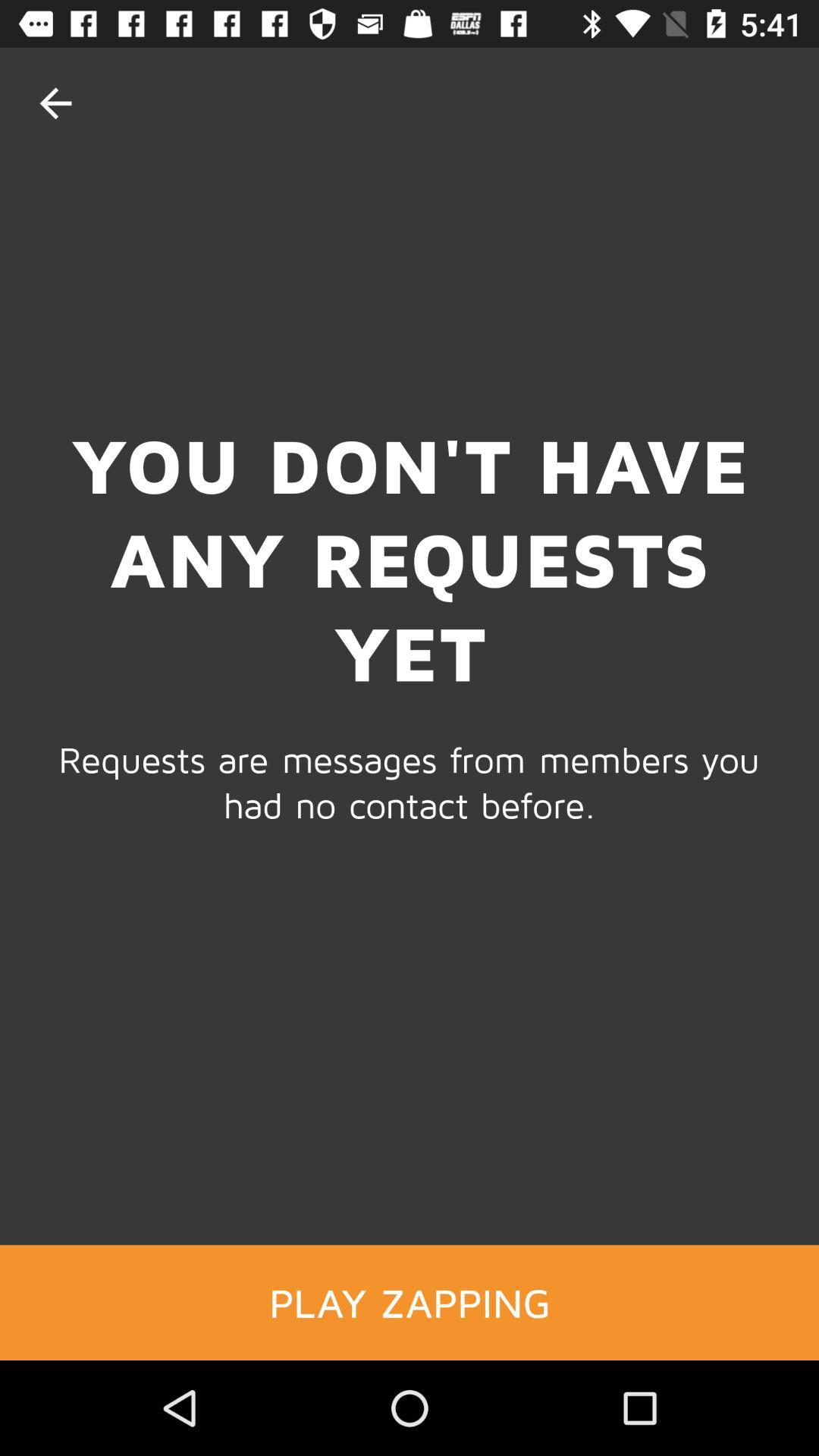 The height and width of the screenshot is (1456, 819). Describe the element at coordinates (409, 1301) in the screenshot. I see `the icon below the requests are messages icon` at that location.